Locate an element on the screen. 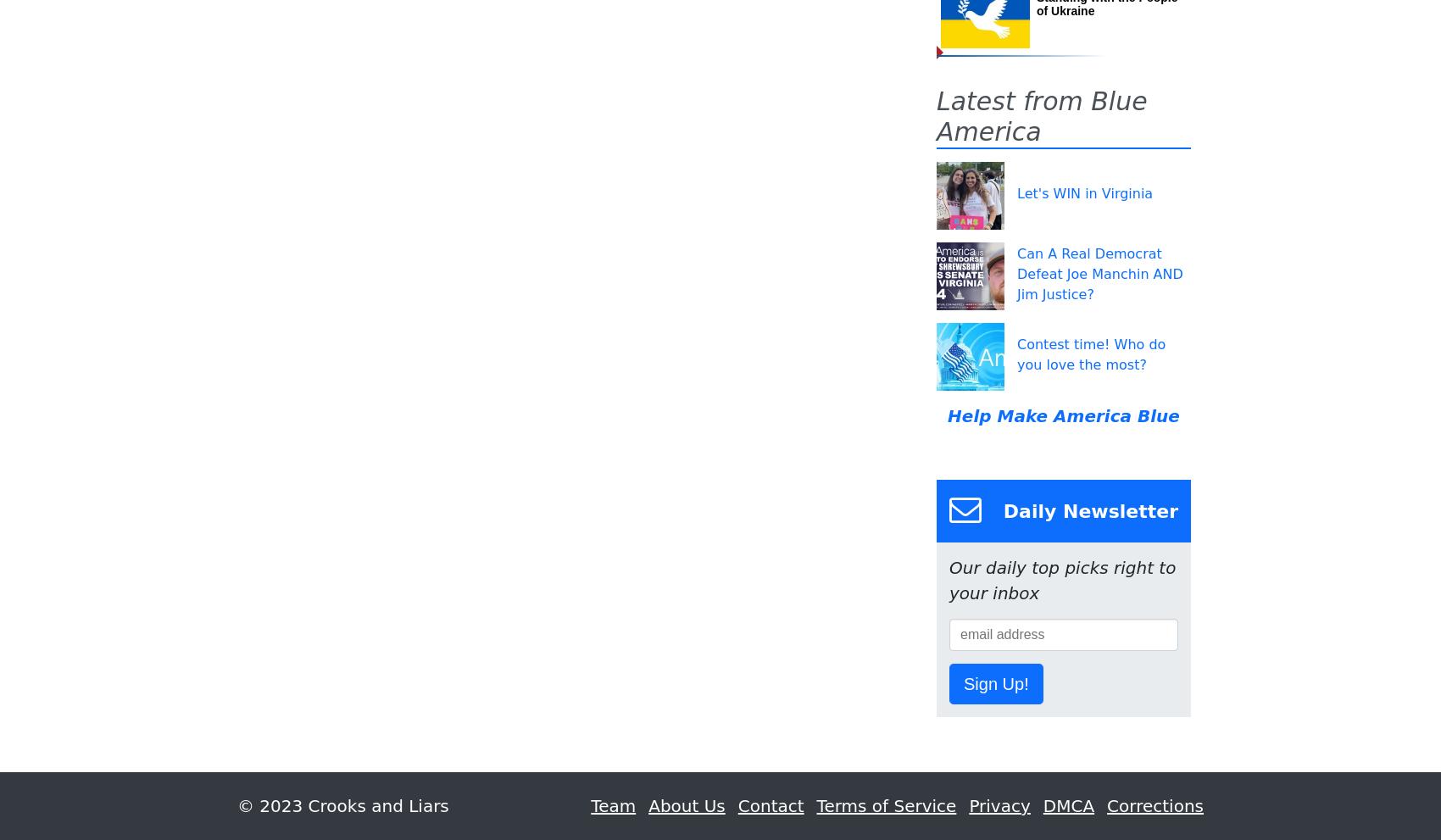  'Contact' is located at coordinates (770, 805).